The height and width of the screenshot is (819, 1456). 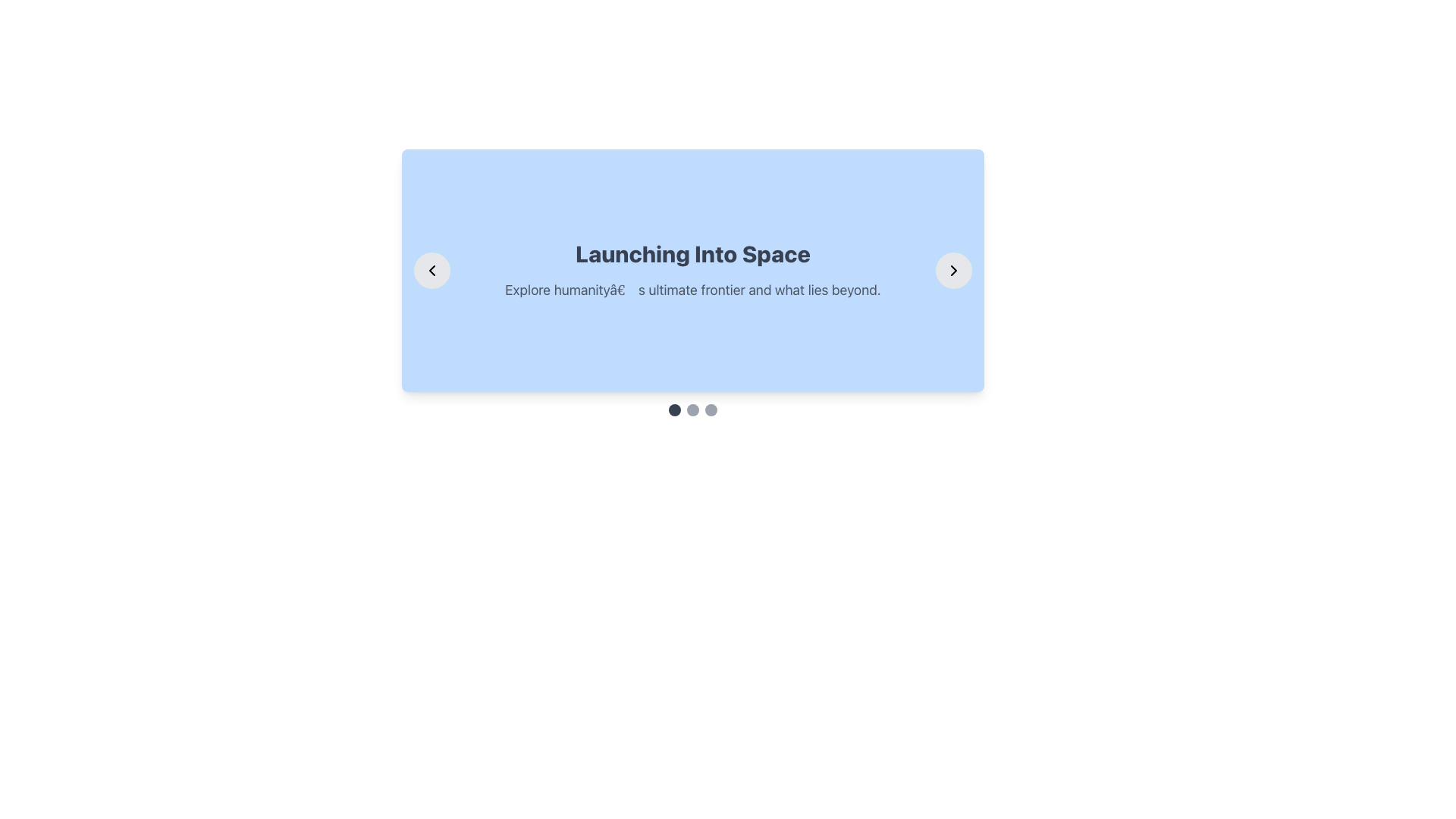 I want to click on the second circular indicator of the carousel located at the bottom of the primary content area, so click(x=692, y=409).